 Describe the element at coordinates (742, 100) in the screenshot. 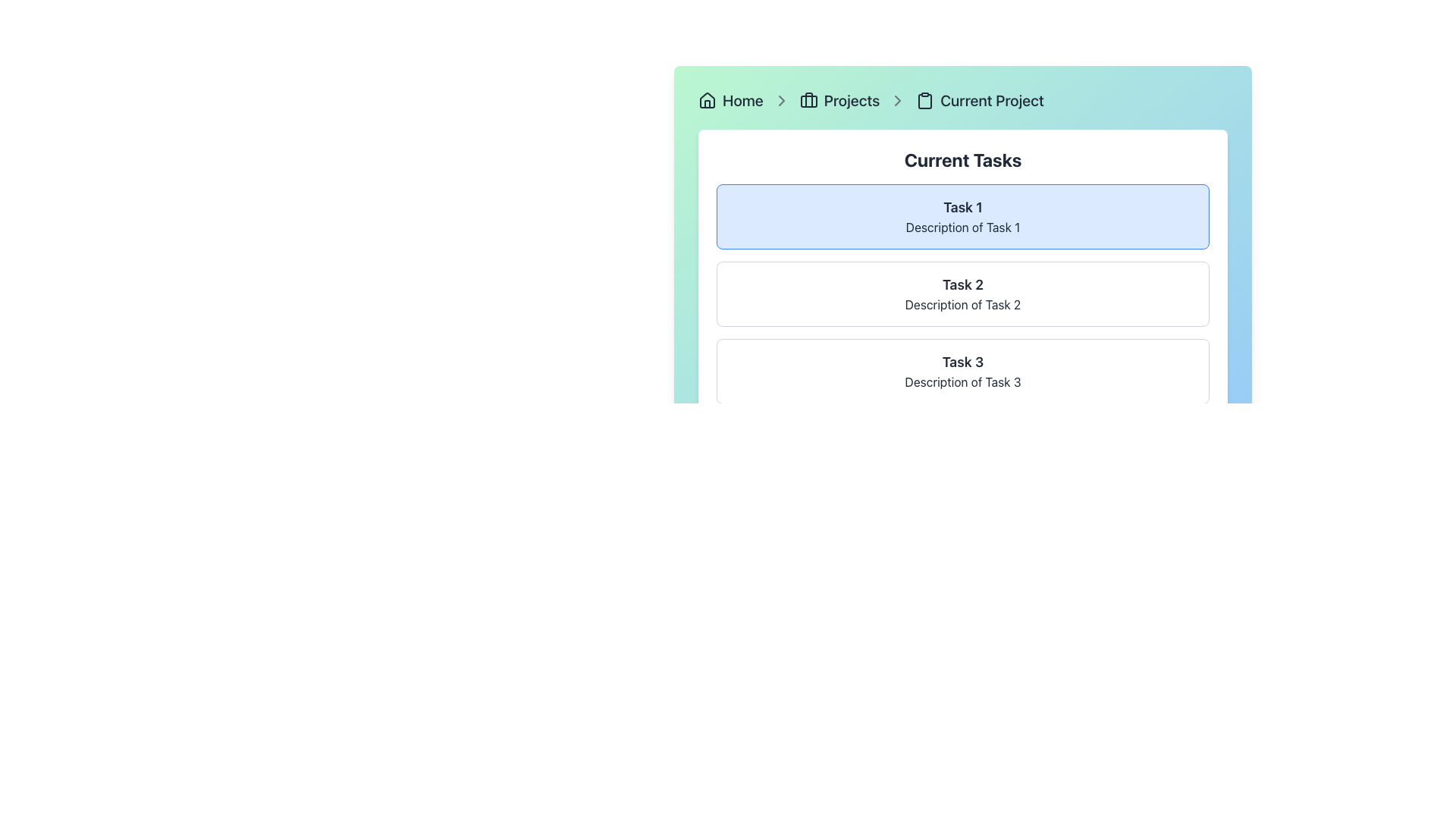

I see `the interactive text link in the breadcrumb navigation bar` at that location.